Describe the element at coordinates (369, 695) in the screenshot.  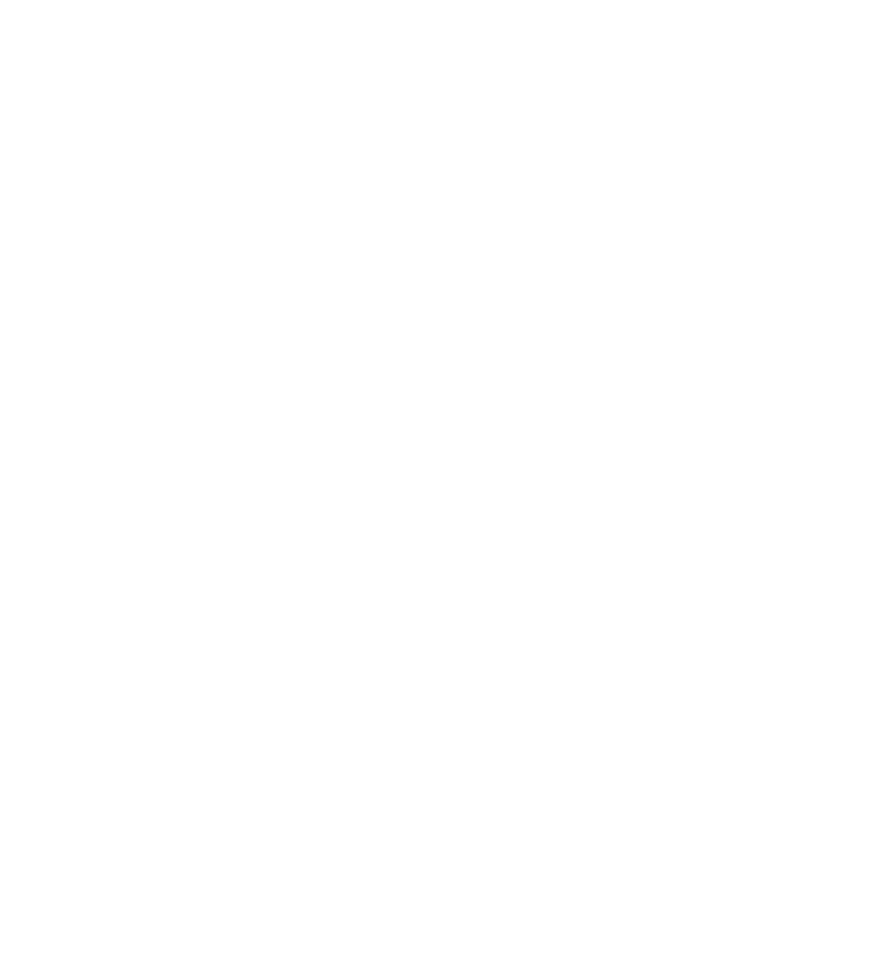
I see `'4'` at that location.